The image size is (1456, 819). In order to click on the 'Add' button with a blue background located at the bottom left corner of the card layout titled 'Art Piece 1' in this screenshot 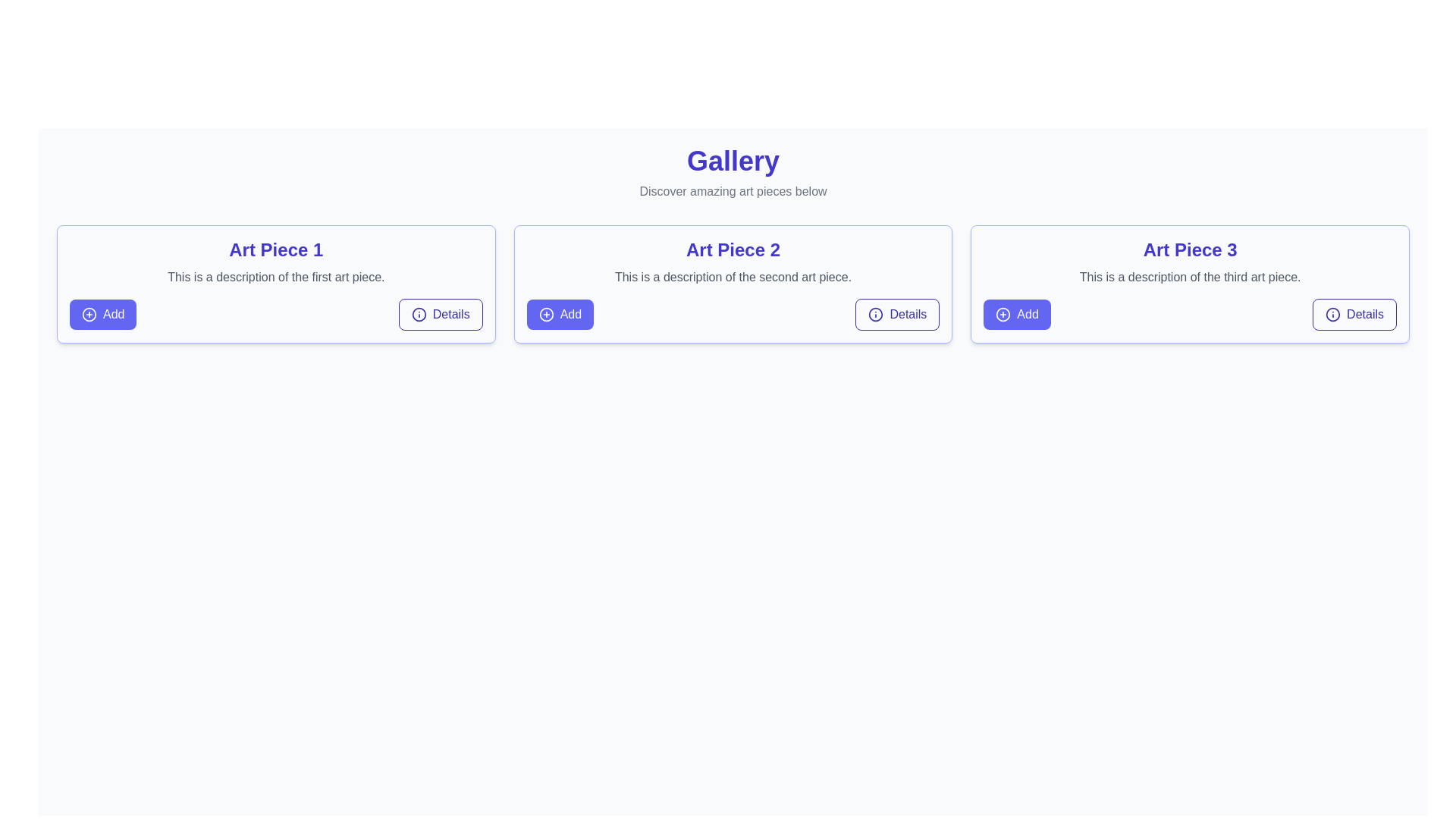, I will do `click(102, 314)`.